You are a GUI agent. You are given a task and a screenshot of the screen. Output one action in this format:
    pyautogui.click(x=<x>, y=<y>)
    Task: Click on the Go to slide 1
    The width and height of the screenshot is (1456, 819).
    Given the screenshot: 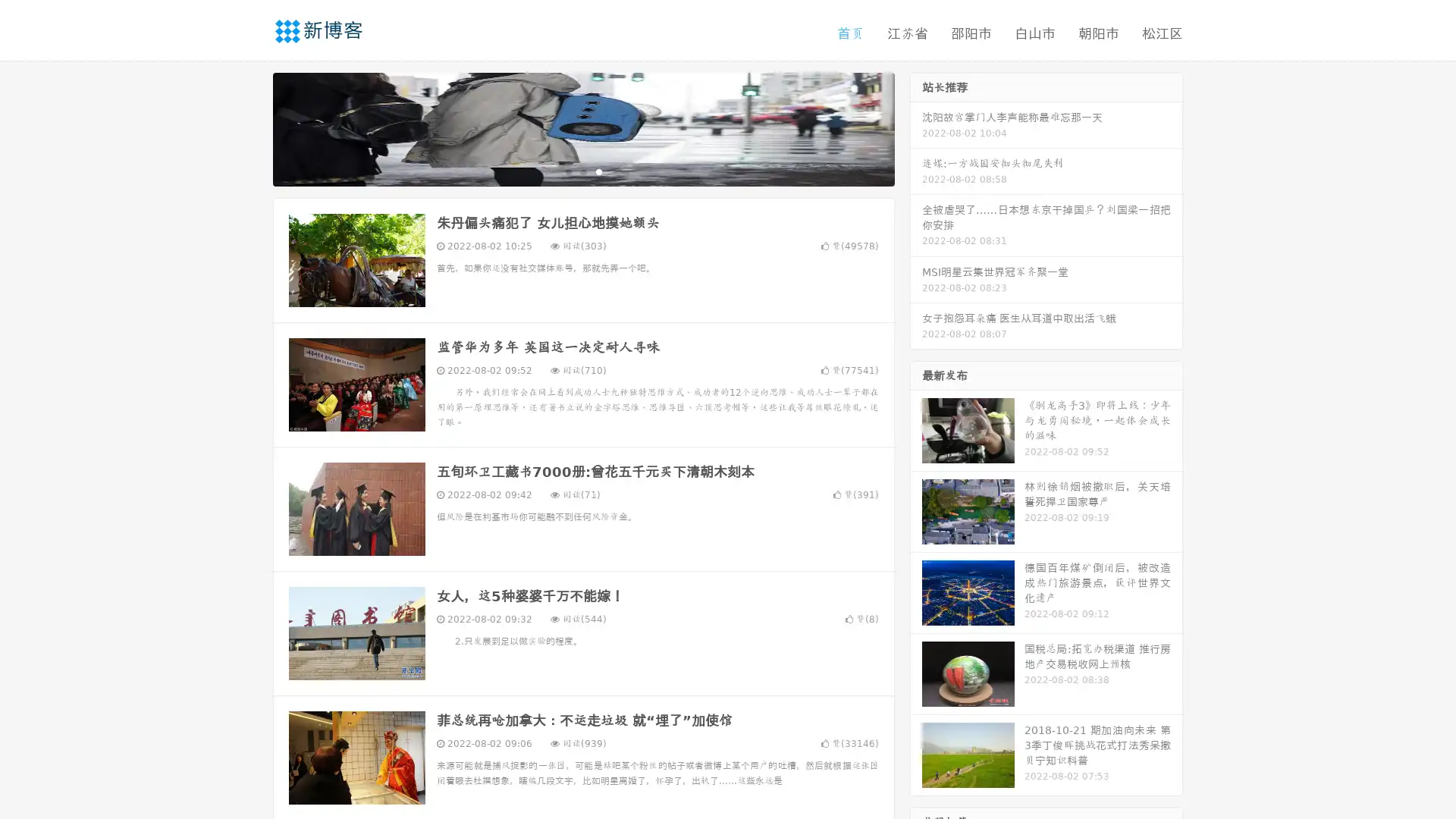 What is the action you would take?
    pyautogui.click(x=567, y=171)
    